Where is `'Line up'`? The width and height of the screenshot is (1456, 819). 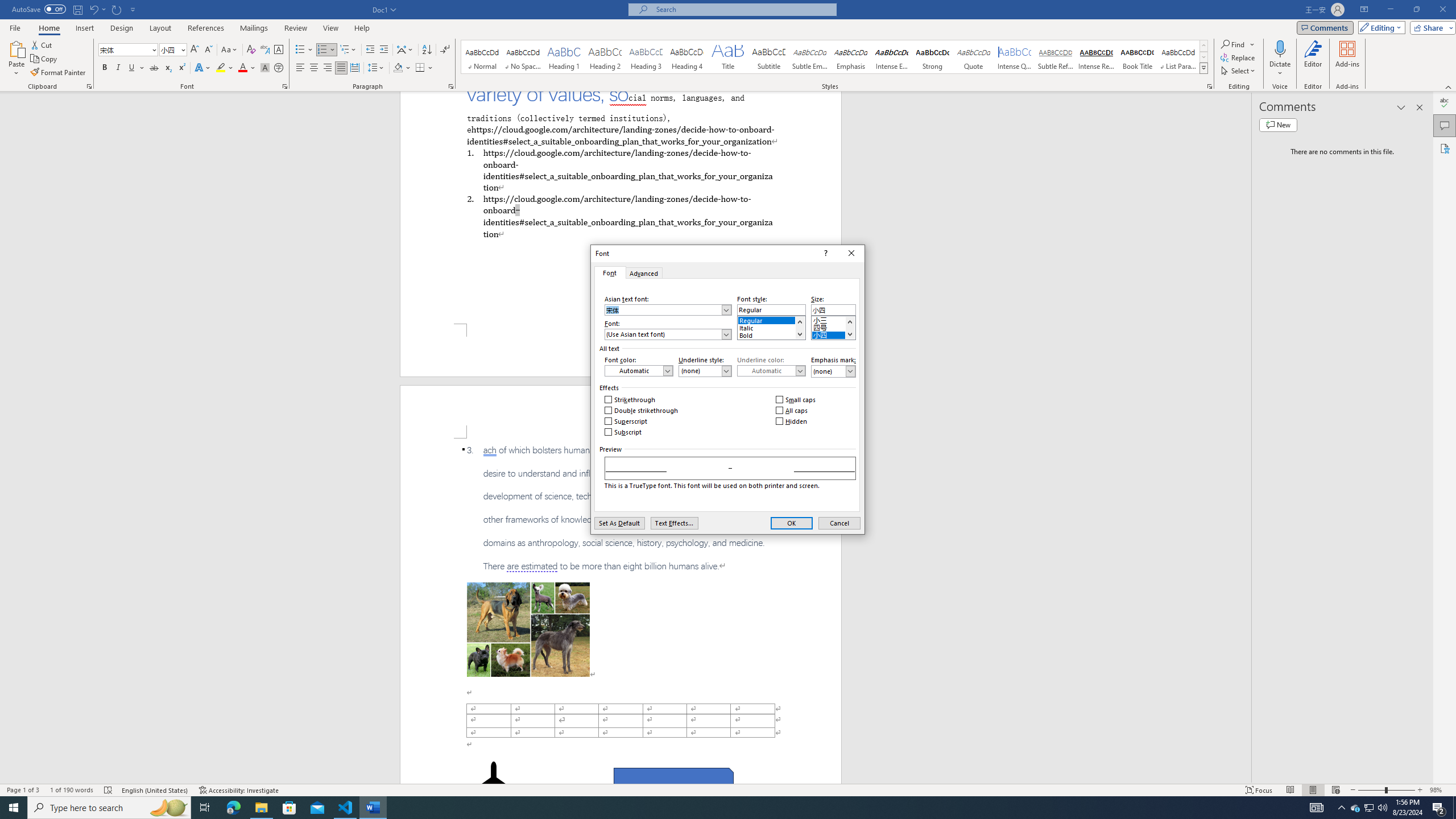 'Line up' is located at coordinates (849, 321).